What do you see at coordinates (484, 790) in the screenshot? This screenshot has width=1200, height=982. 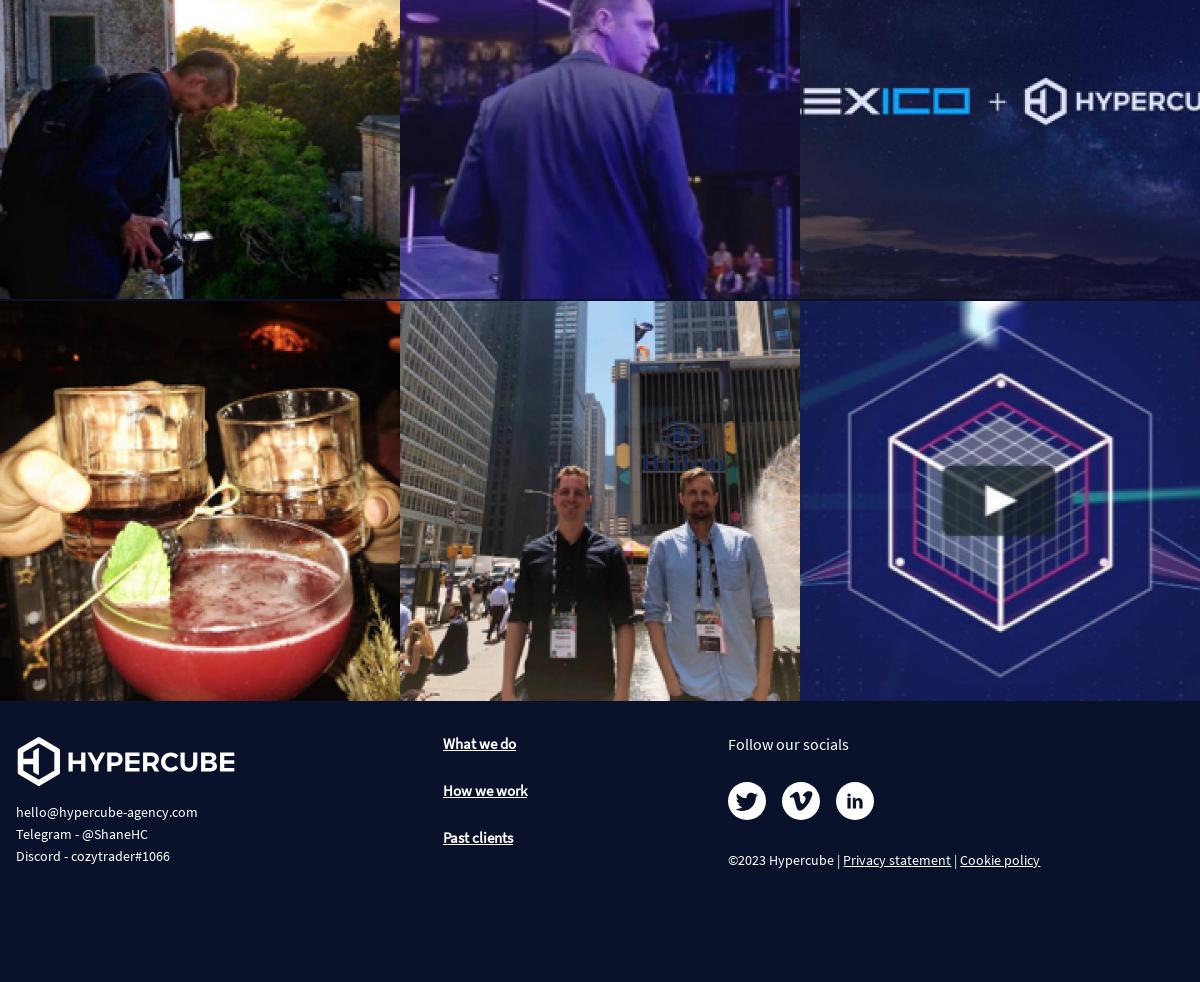 I see `'How we work'` at bounding box center [484, 790].